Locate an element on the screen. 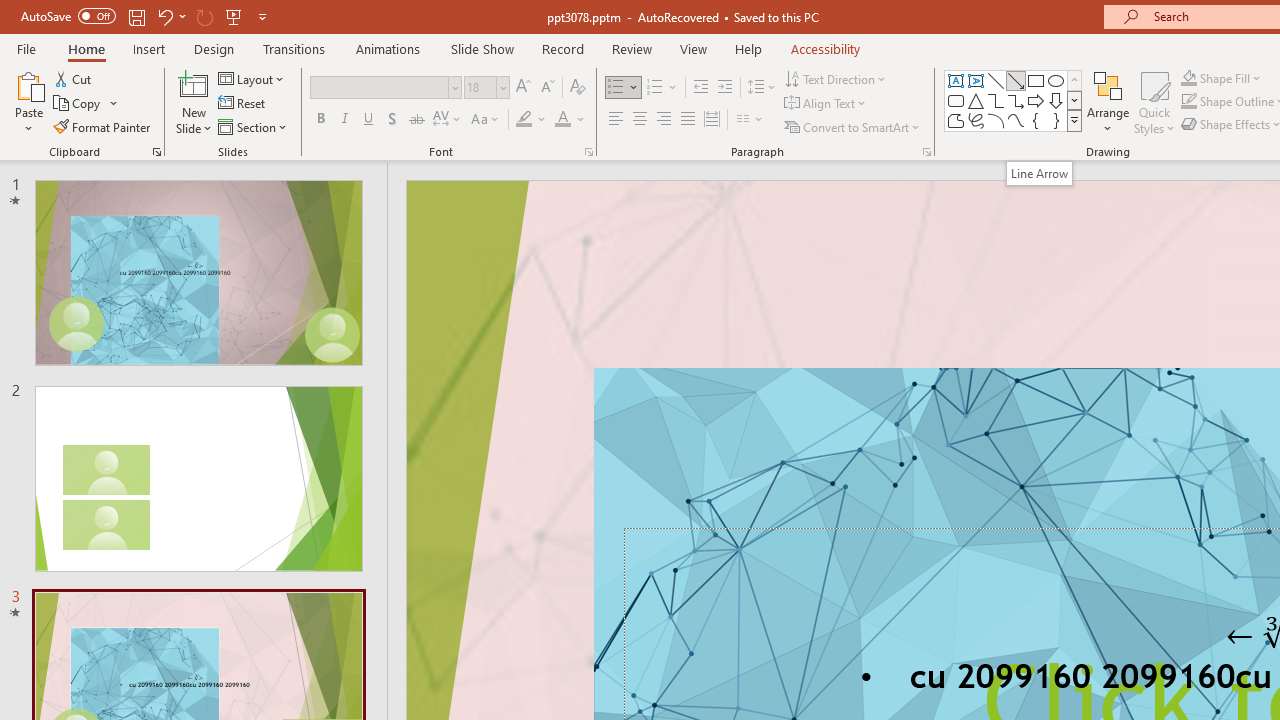 The height and width of the screenshot is (720, 1280). 'Line Spacing' is located at coordinates (761, 86).